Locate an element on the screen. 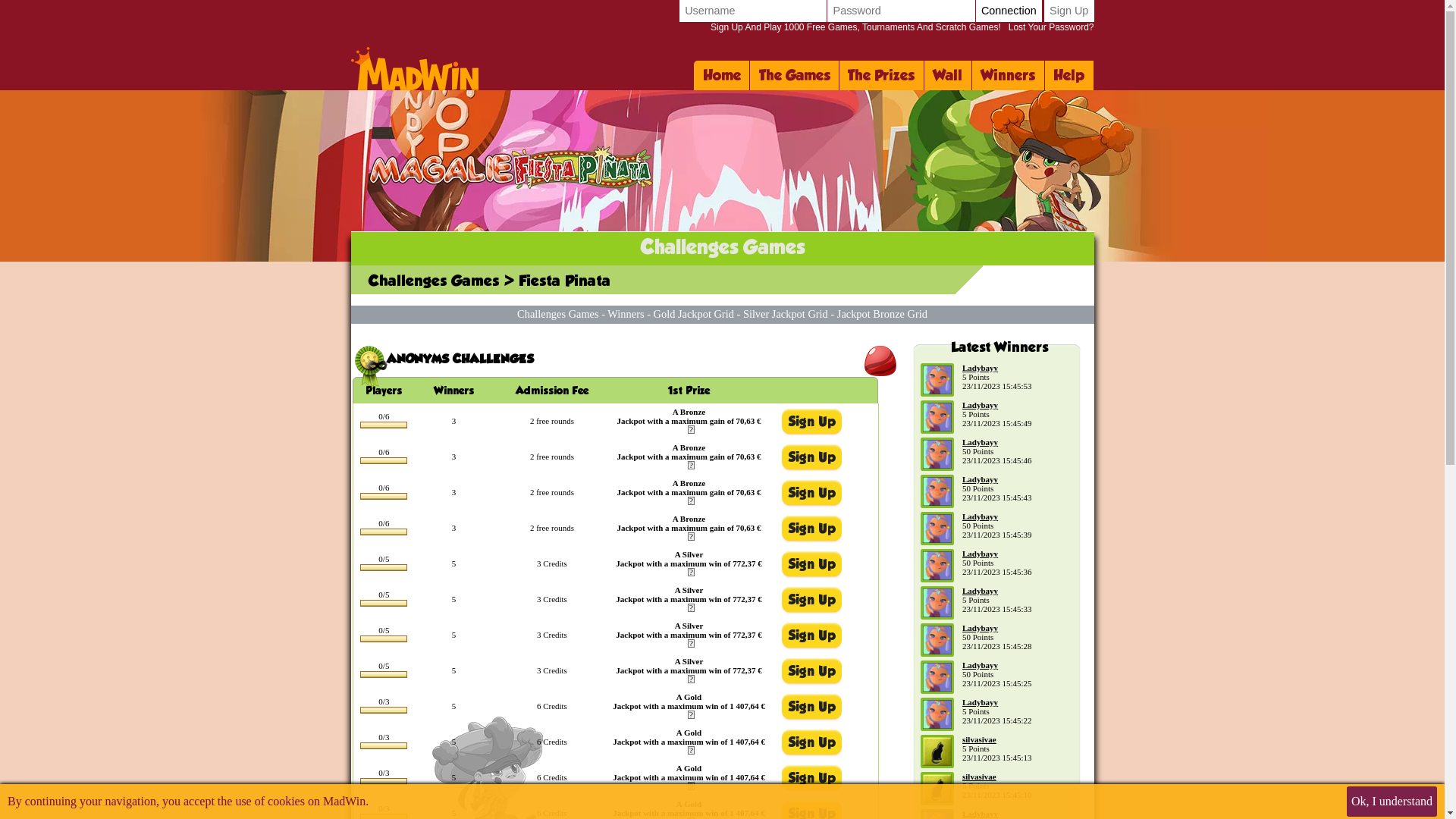  'Connection' is located at coordinates (1009, 11).